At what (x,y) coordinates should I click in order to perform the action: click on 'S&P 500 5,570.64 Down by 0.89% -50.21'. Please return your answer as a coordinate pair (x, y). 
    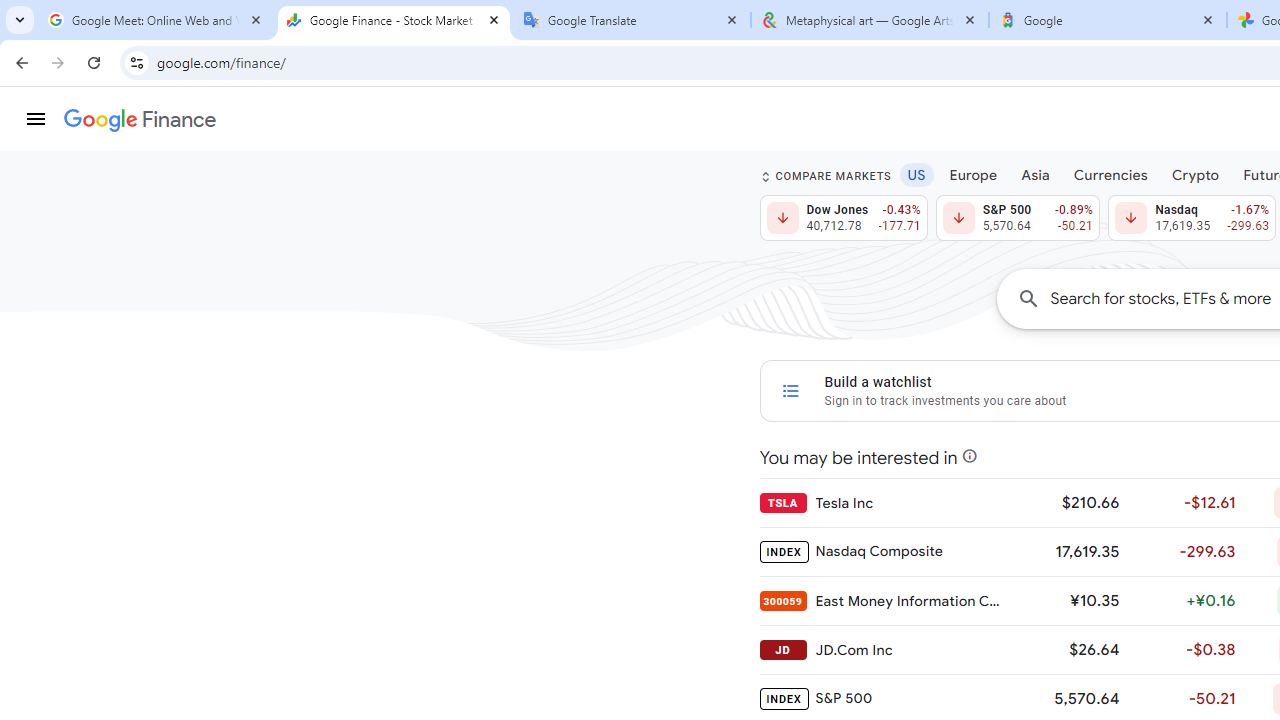
    Looking at the image, I should click on (1017, 218).